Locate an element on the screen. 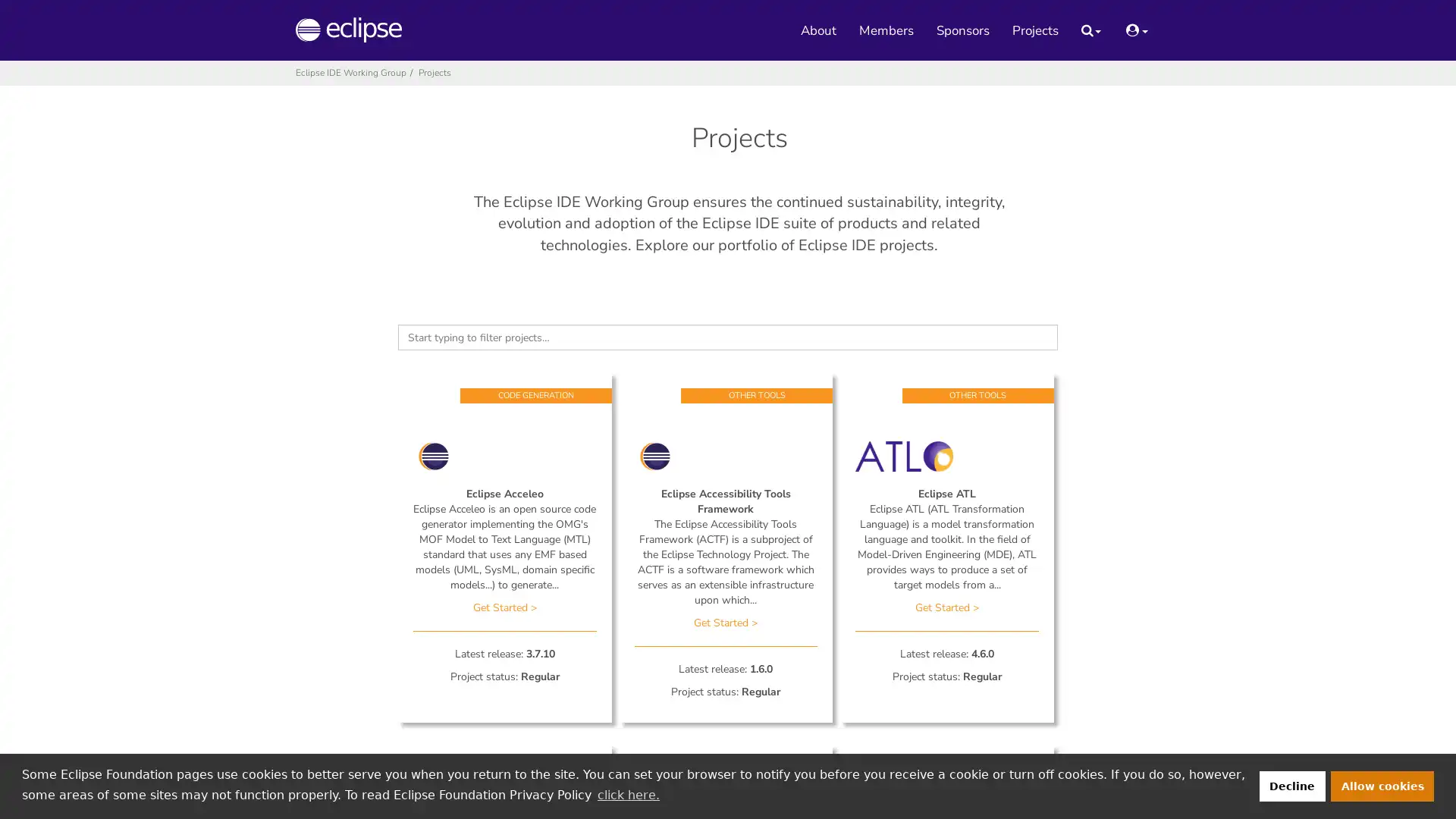 This screenshot has width=1456, height=819. learn more about cookies is located at coordinates (628, 794).